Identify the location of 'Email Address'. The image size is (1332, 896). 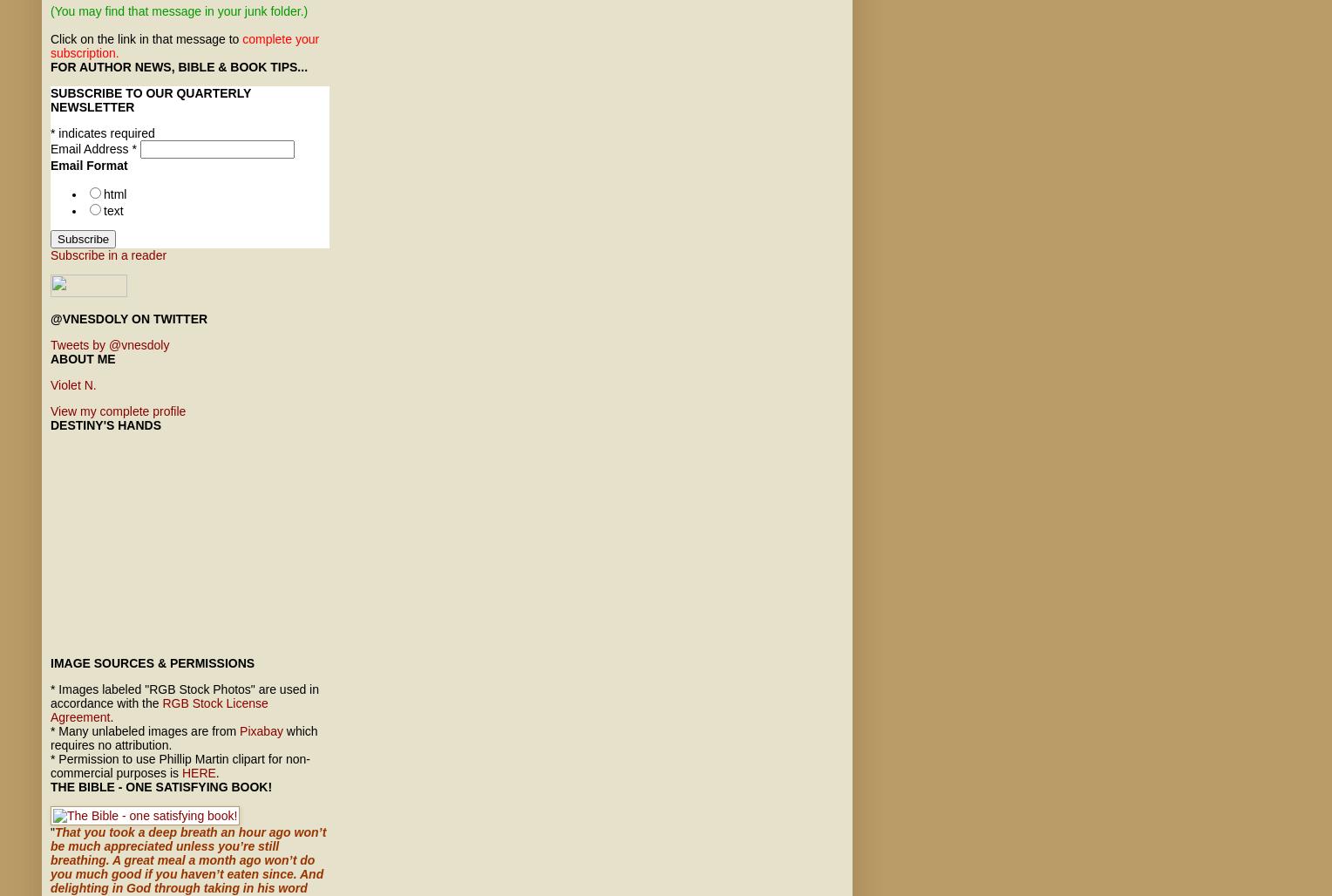
(90, 148).